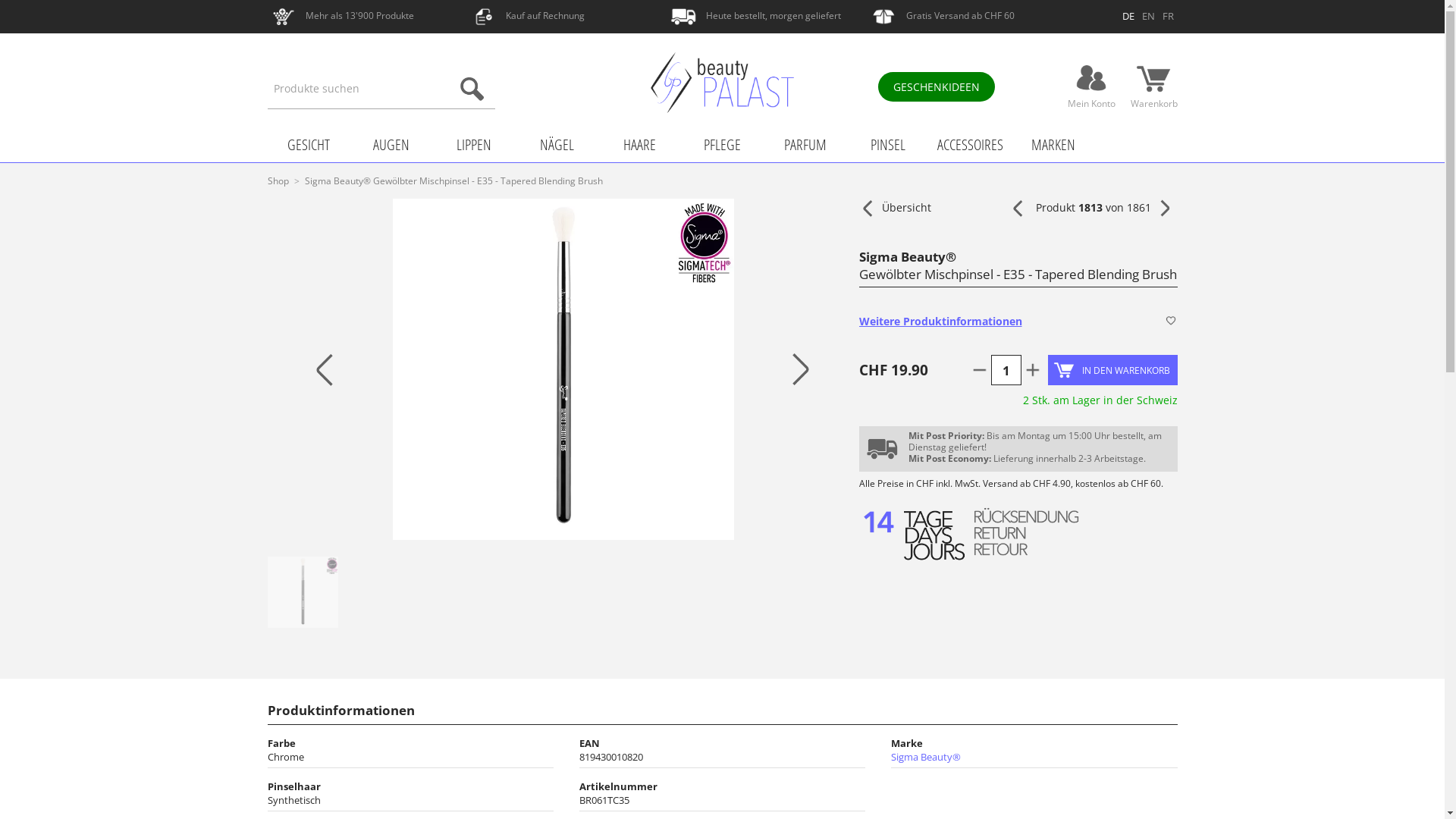  What do you see at coordinates (639, 146) in the screenshot?
I see `'HAARE'` at bounding box center [639, 146].